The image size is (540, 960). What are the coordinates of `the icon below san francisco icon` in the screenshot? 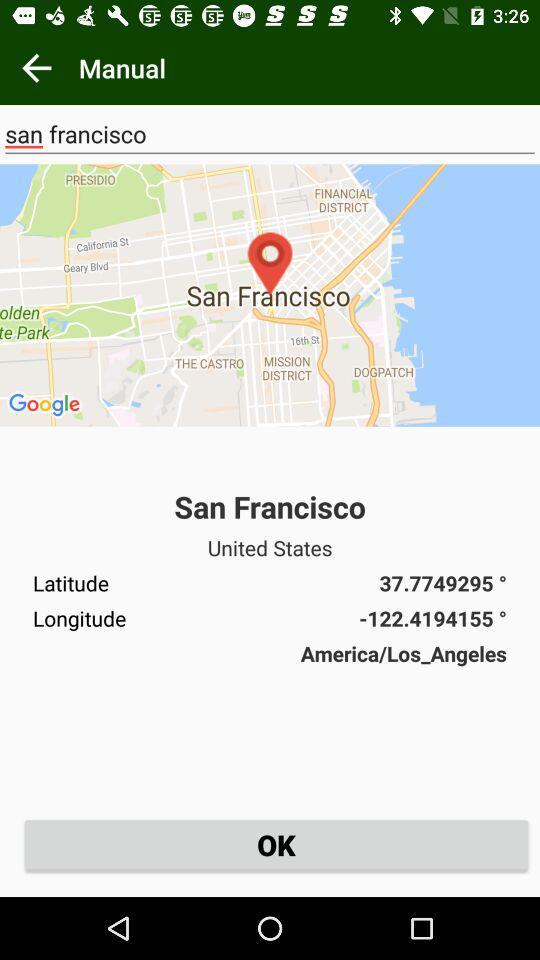 It's located at (270, 294).